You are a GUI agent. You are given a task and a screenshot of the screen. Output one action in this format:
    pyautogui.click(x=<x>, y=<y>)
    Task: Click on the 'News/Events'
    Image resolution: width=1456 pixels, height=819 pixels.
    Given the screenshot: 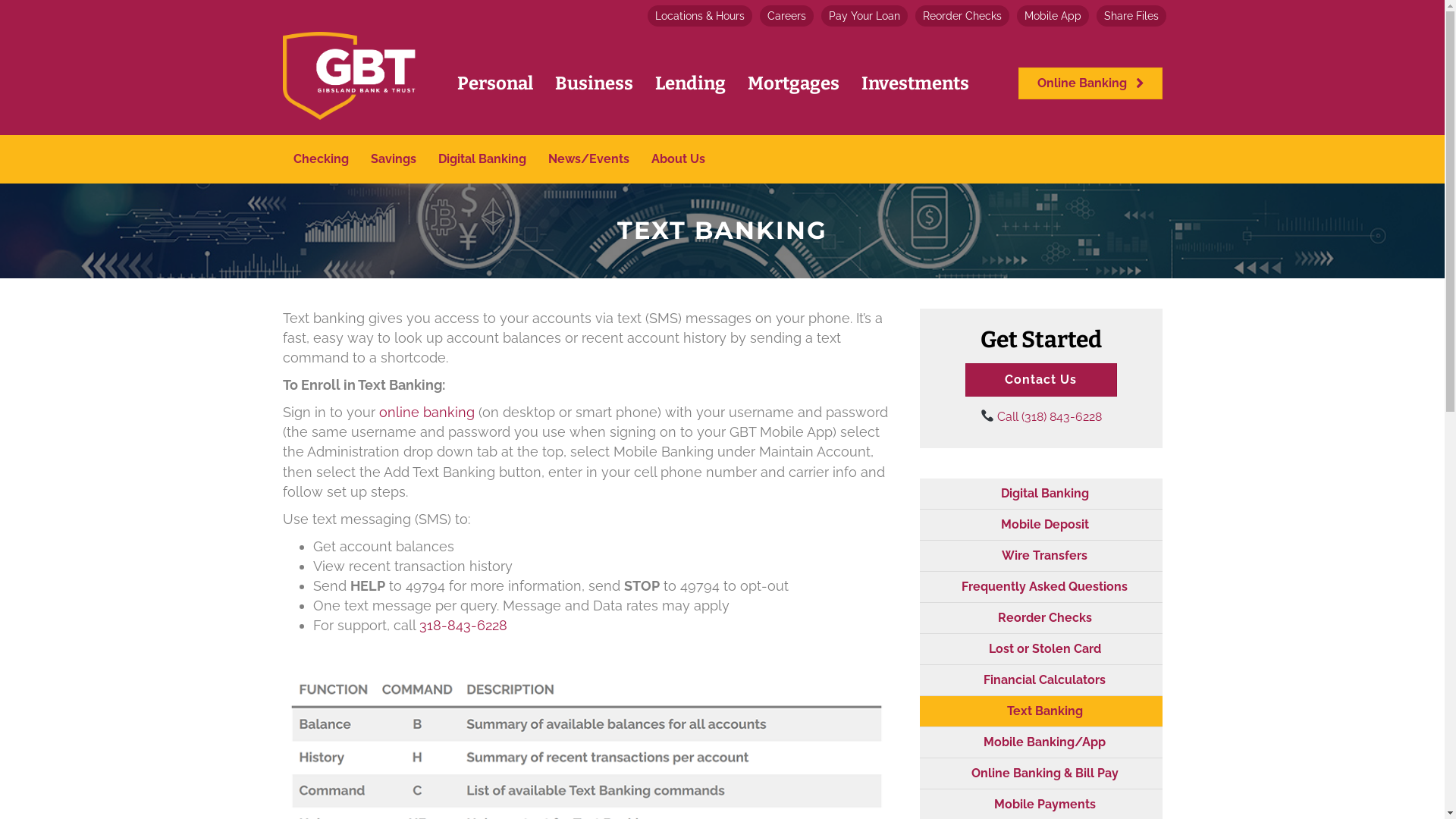 What is the action you would take?
    pyautogui.click(x=587, y=158)
    